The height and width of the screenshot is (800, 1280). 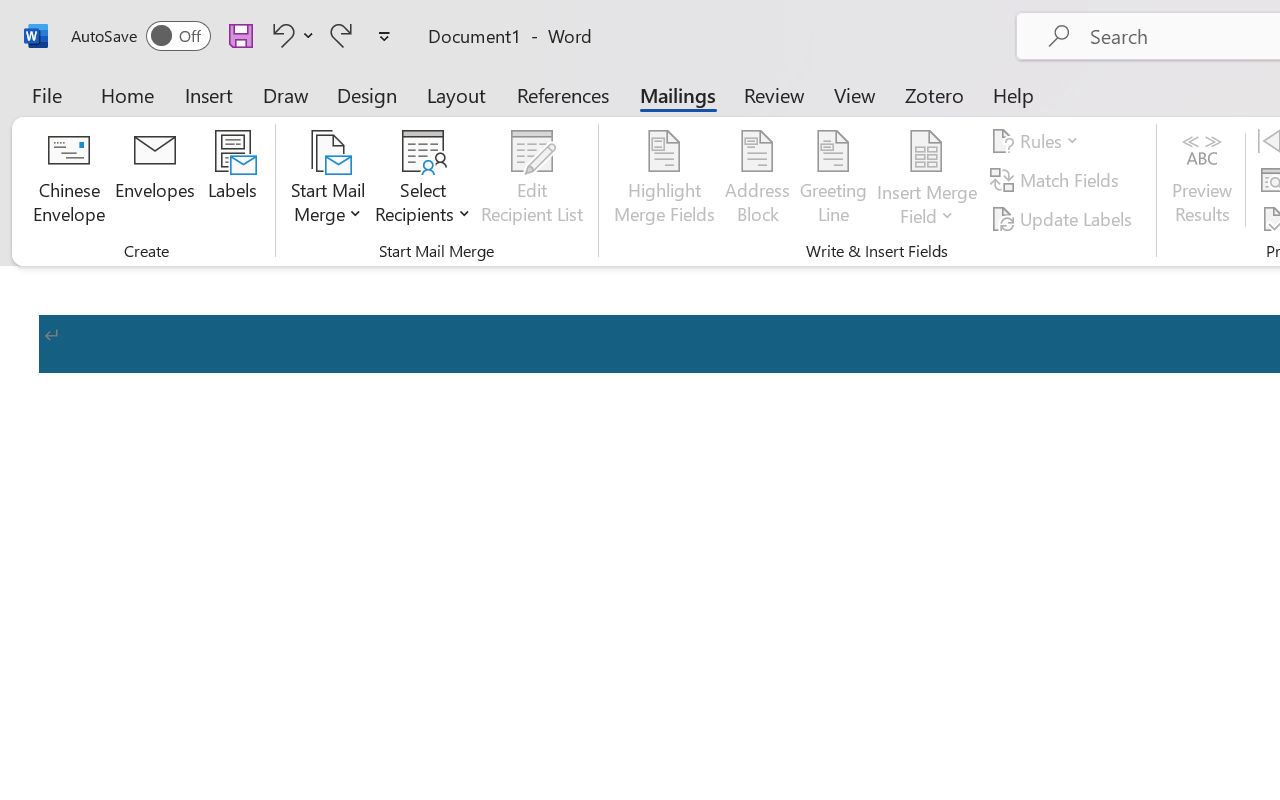 What do you see at coordinates (833, 179) in the screenshot?
I see `'Greeting Line...'` at bounding box center [833, 179].